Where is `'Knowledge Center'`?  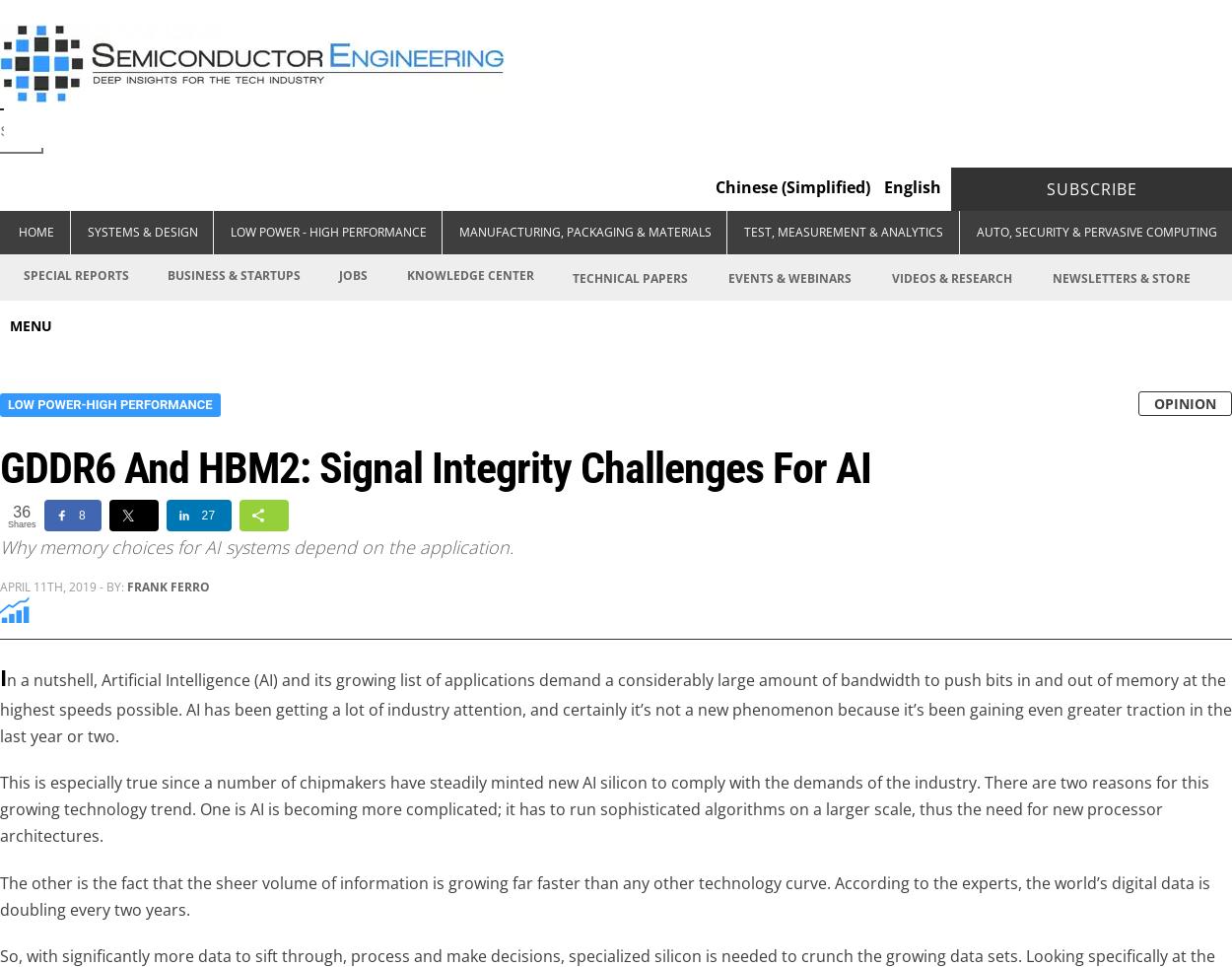
'Knowledge Center' is located at coordinates (468, 274).